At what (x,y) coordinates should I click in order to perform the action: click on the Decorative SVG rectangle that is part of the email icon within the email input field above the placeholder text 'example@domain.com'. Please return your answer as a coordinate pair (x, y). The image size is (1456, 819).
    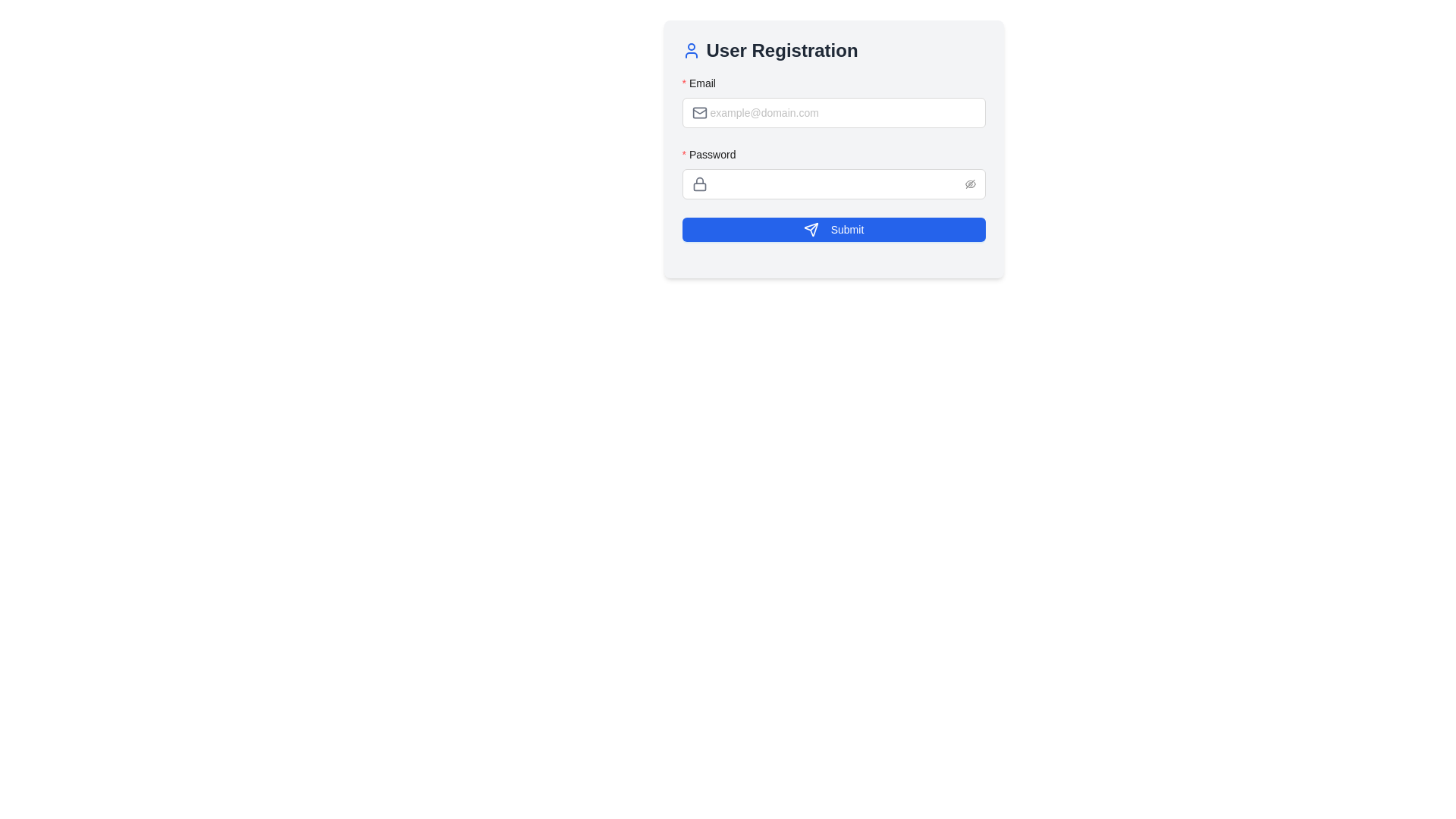
    Looking at the image, I should click on (698, 112).